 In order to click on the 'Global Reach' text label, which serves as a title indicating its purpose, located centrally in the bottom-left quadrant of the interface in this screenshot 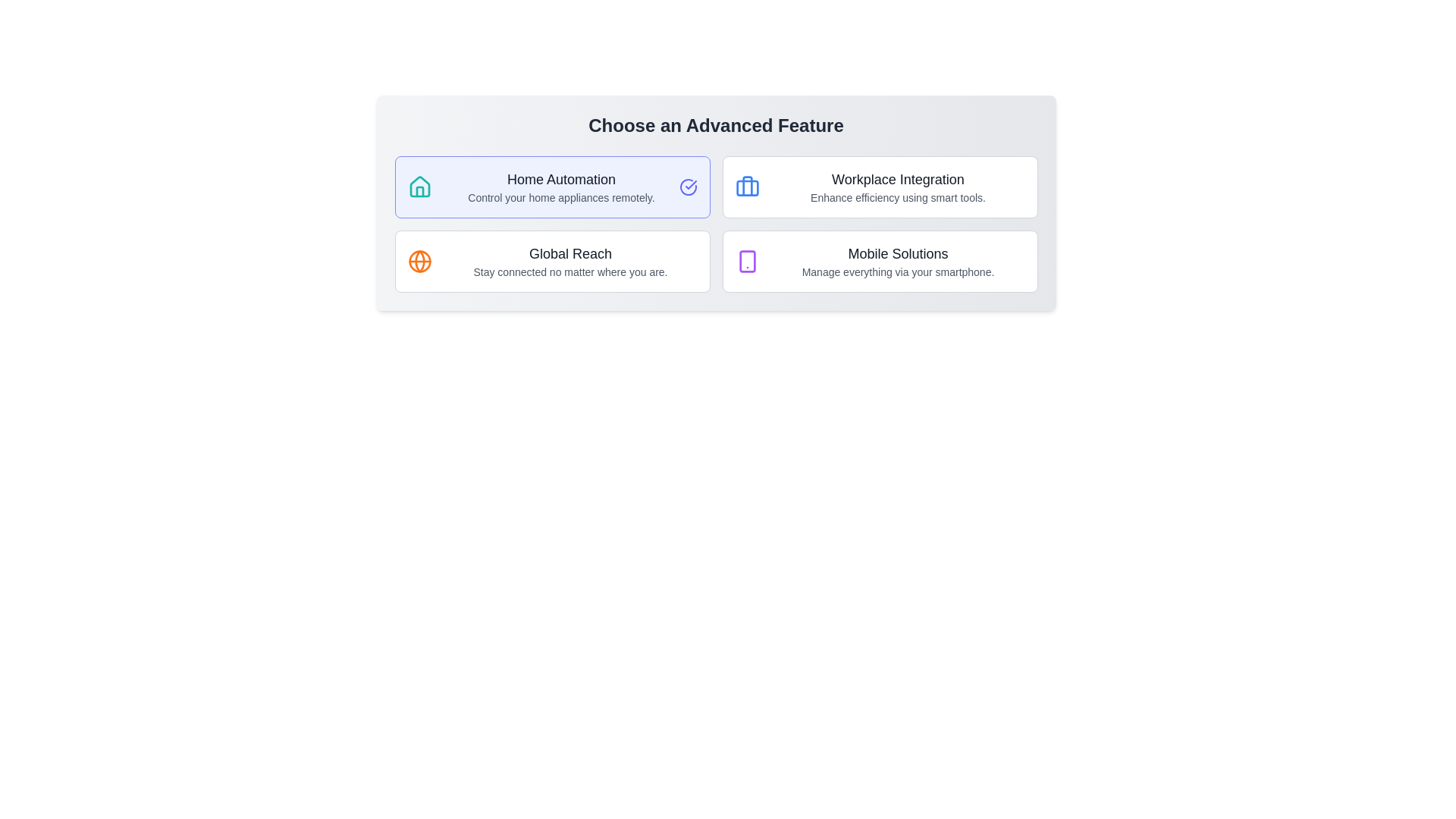, I will do `click(570, 253)`.